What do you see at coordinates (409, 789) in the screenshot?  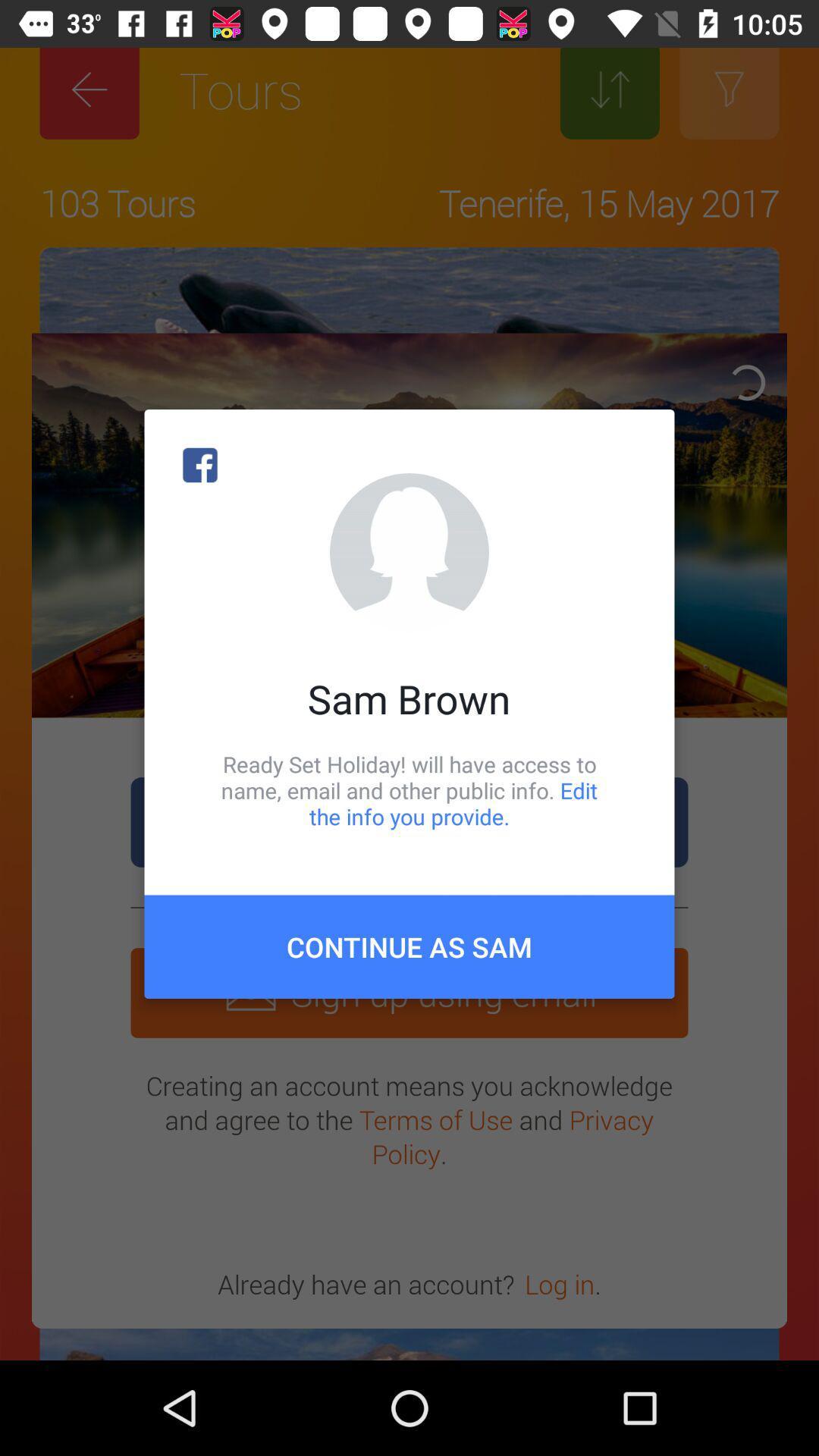 I see `the item below the sam brown` at bounding box center [409, 789].